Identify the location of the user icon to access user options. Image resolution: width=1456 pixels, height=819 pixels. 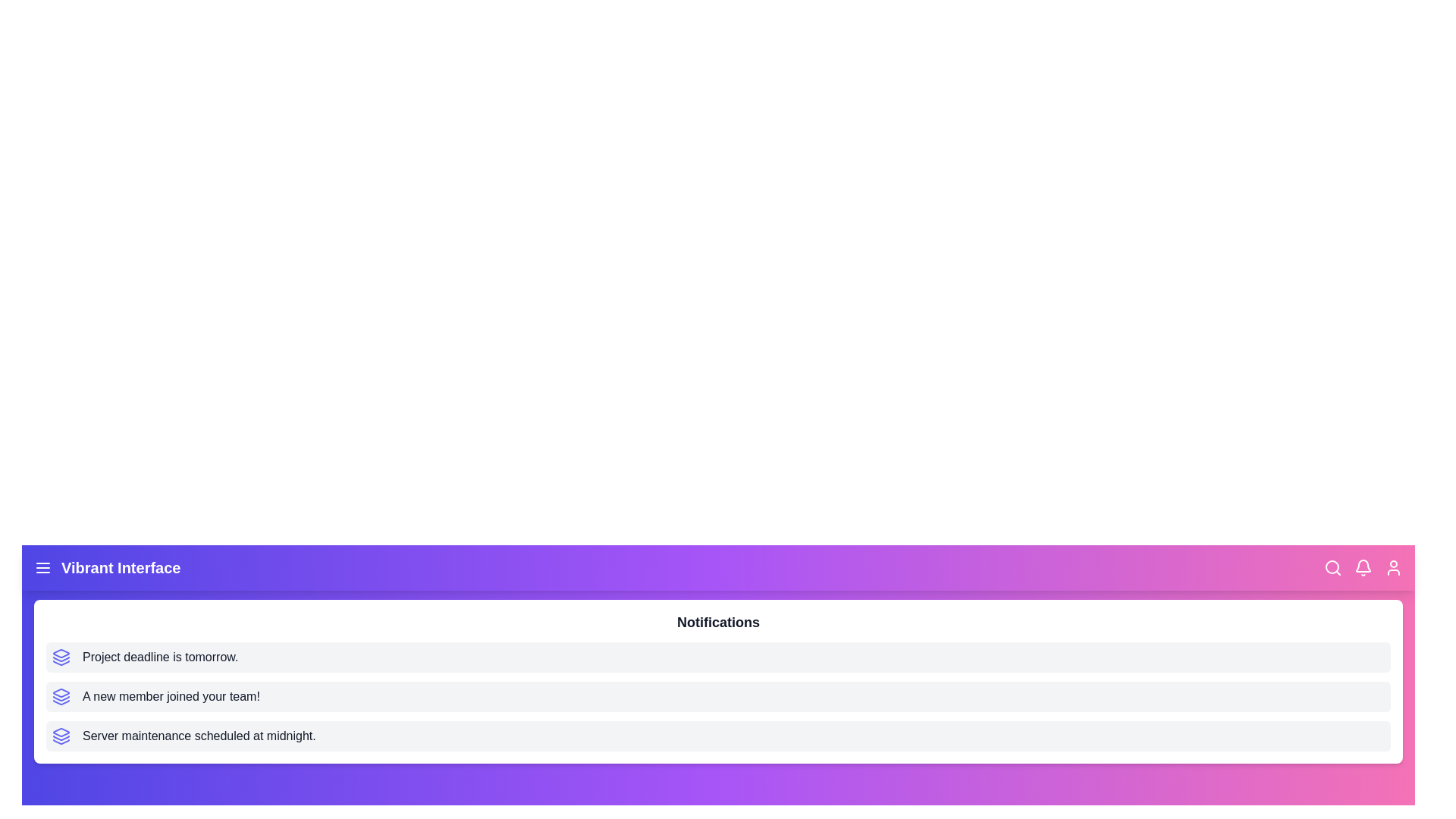
(1394, 567).